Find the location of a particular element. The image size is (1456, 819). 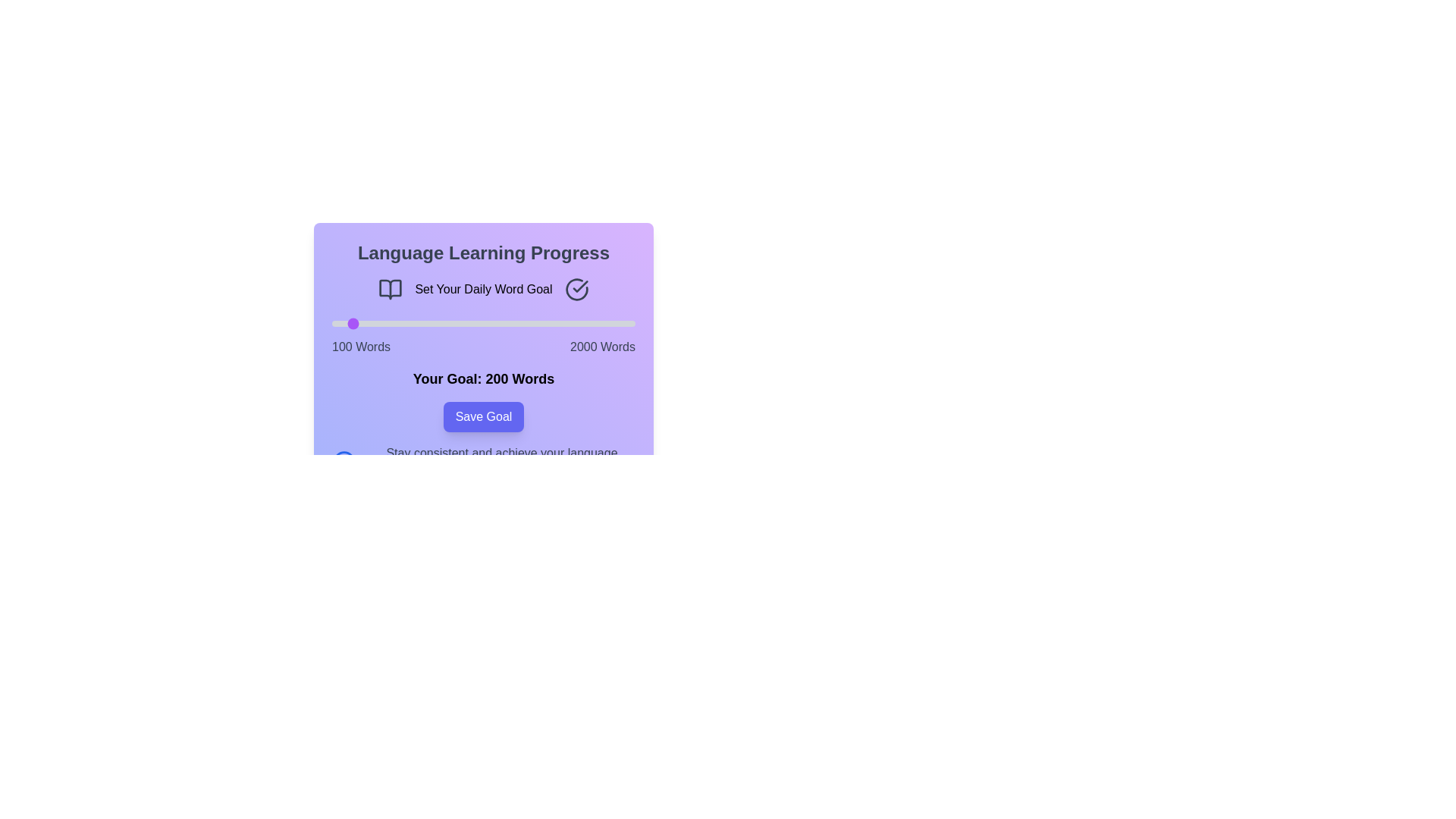

the slider to set the word count to 1621 is located at coordinates (574, 323).